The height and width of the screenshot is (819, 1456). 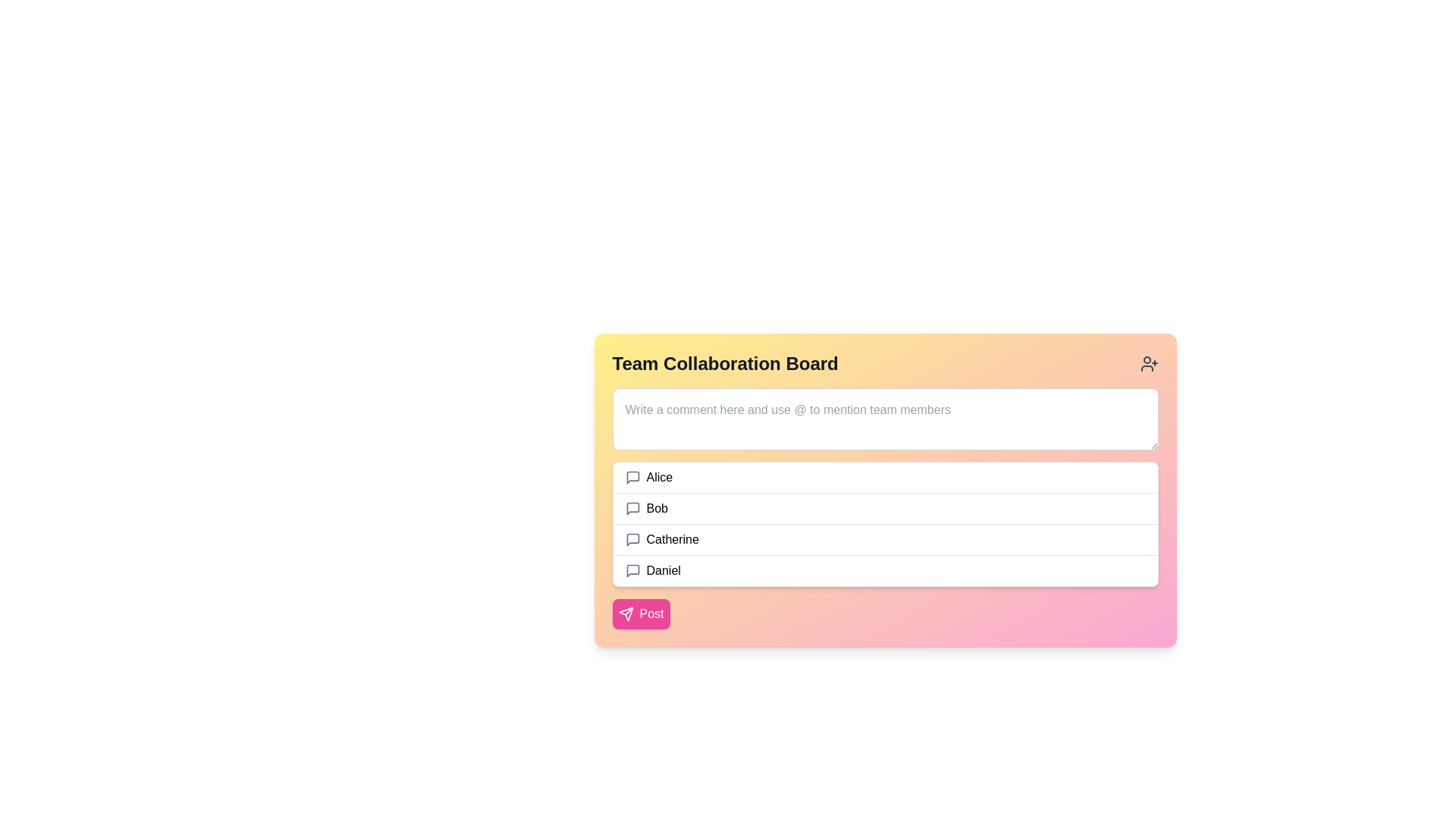 What do you see at coordinates (632, 476) in the screenshot?
I see `the speech bubble icon next to 'Alice' in the 'Team Collaboration Board' section` at bounding box center [632, 476].